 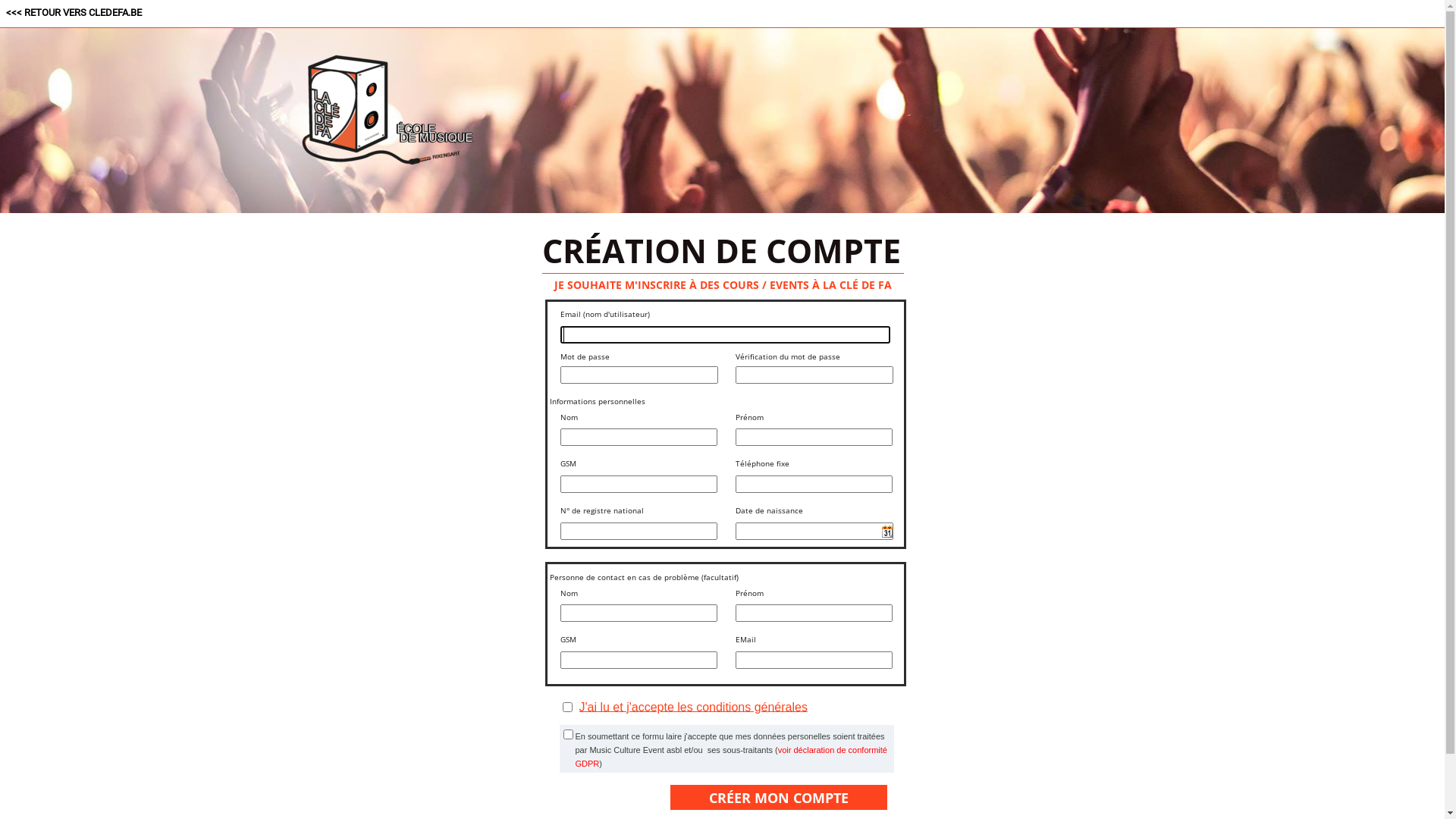 What do you see at coordinates (73, 12) in the screenshot?
I see `'<<< RETOUR VERS CLEDEFA.BE'` at bounding box center [73, 12].